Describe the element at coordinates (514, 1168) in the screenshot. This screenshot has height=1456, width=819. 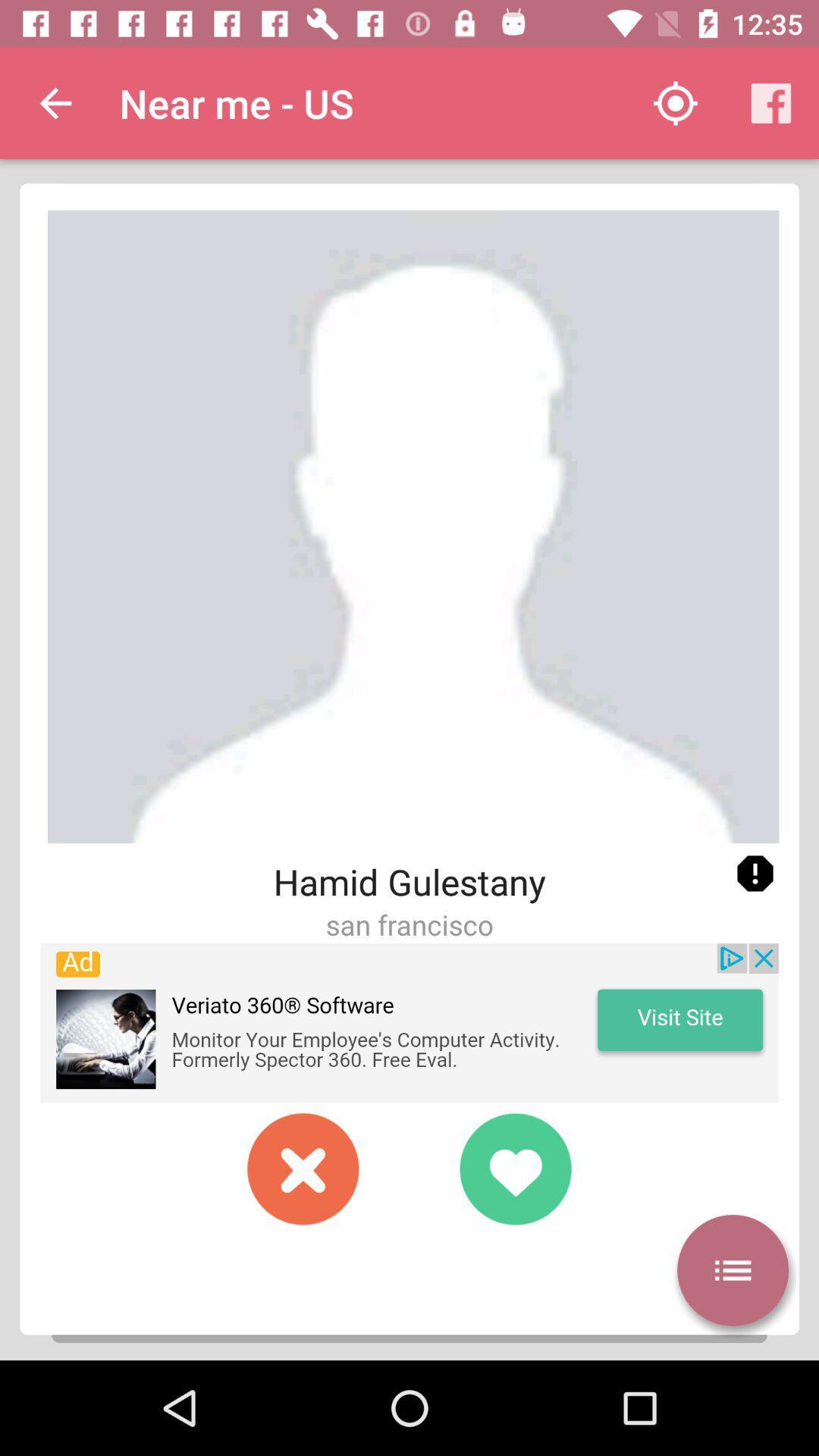
I see `heart toucing` at that location.